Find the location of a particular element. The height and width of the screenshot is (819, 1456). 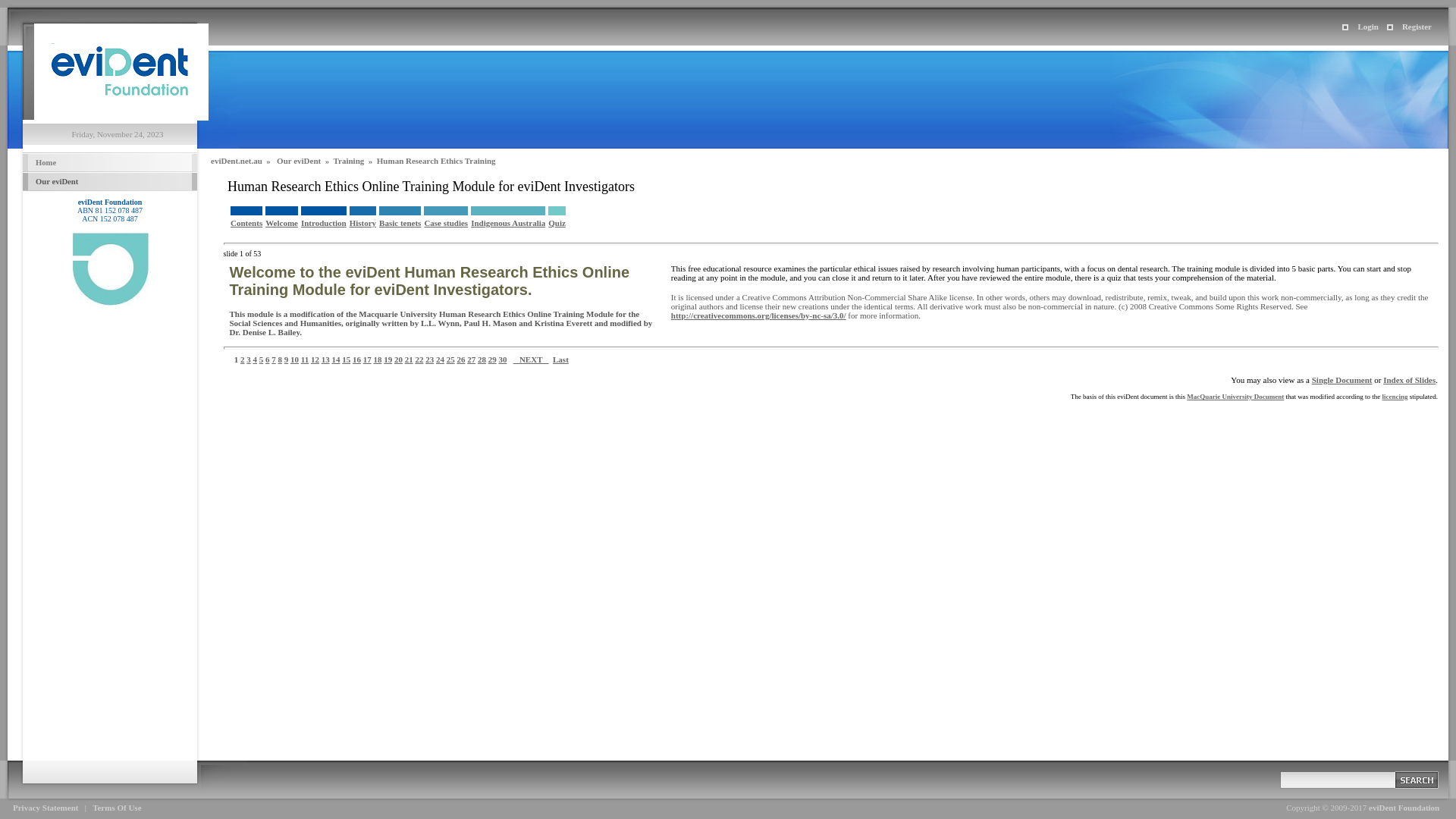

'15' is located at coordinates (341, 359).